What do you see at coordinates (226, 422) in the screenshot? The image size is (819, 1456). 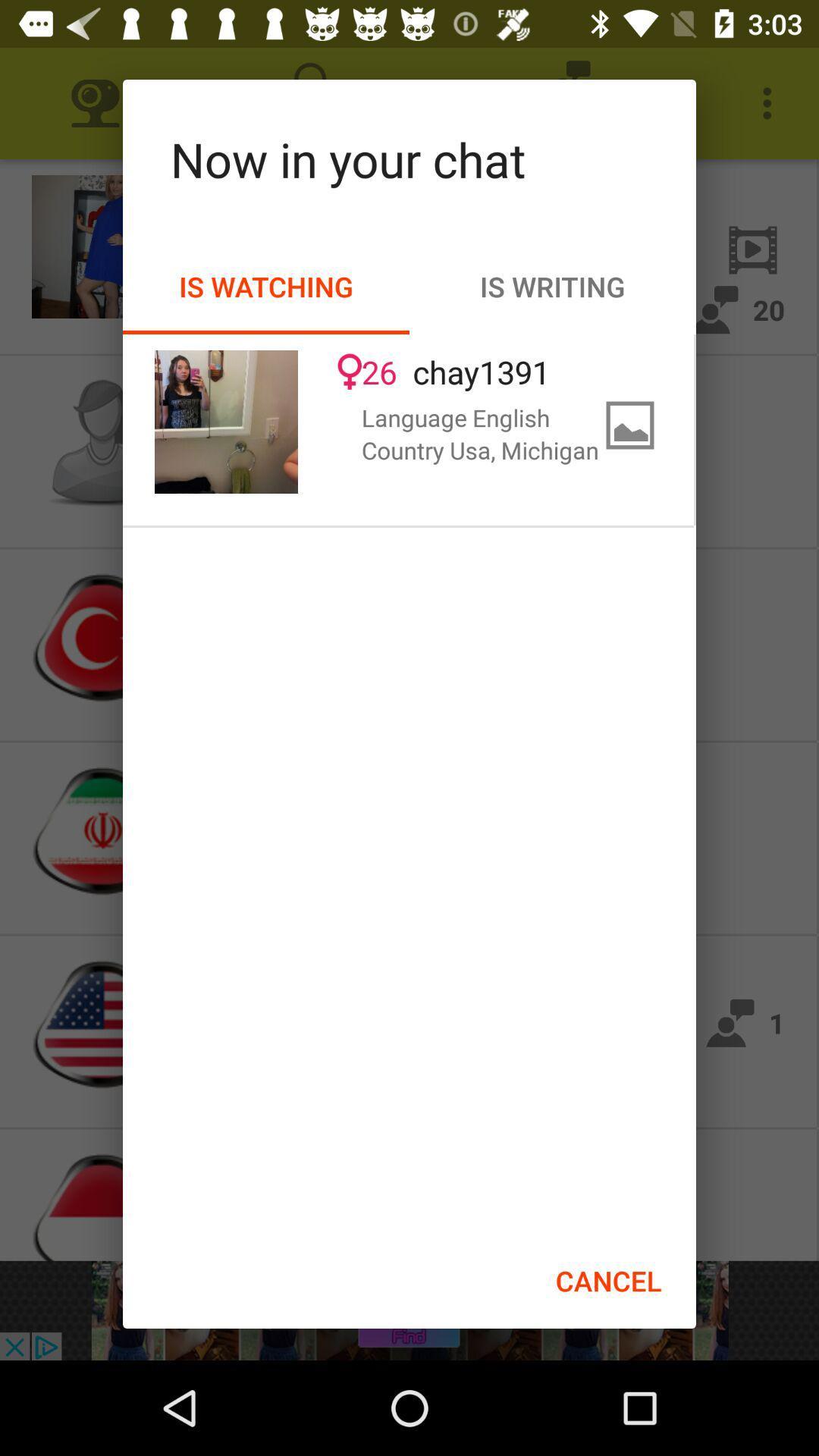 I see `the item below is watching` at bounding box center [226, 422].